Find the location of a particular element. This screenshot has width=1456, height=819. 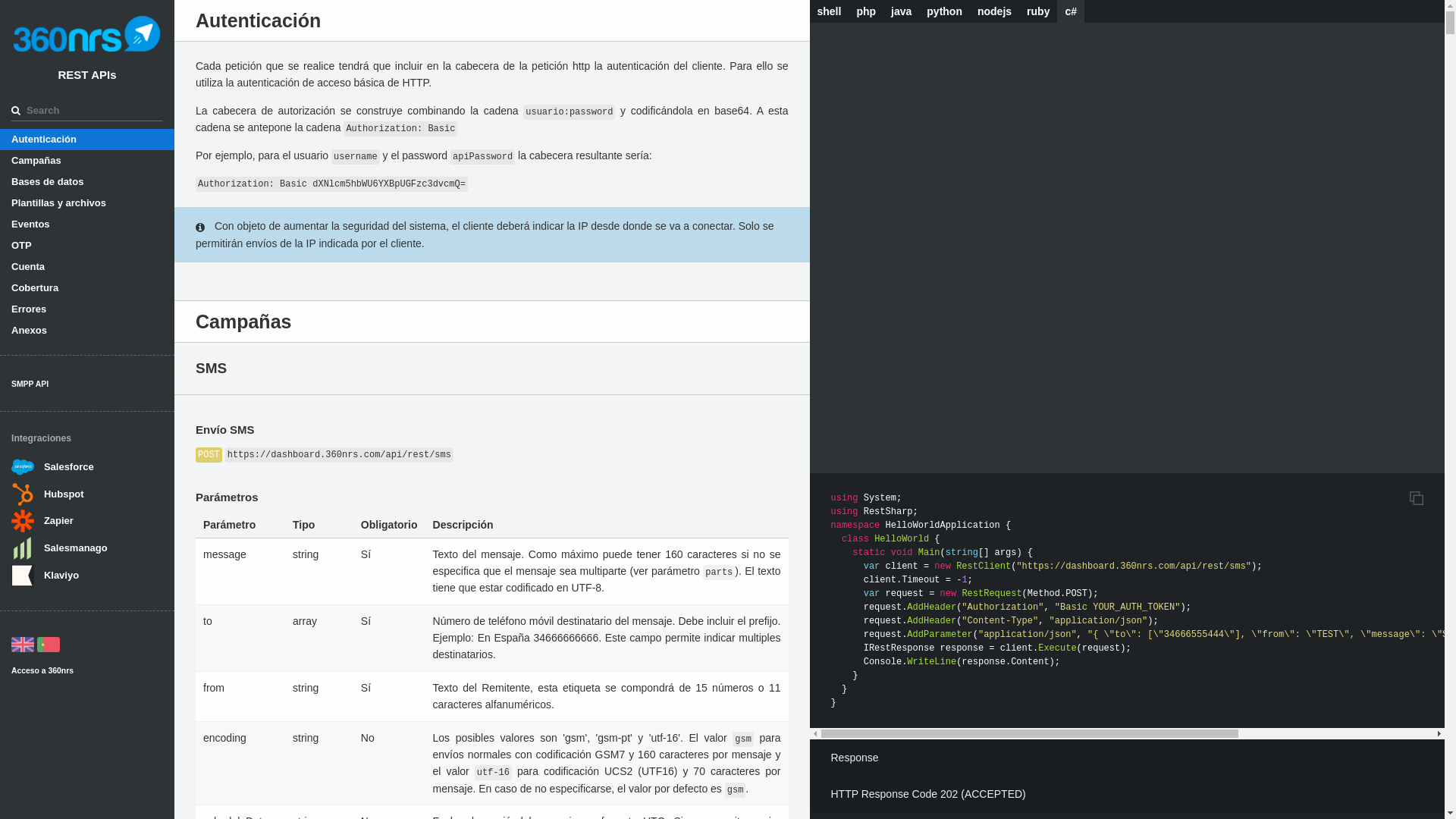

'Eventos' is located at coordinates (86, 224).